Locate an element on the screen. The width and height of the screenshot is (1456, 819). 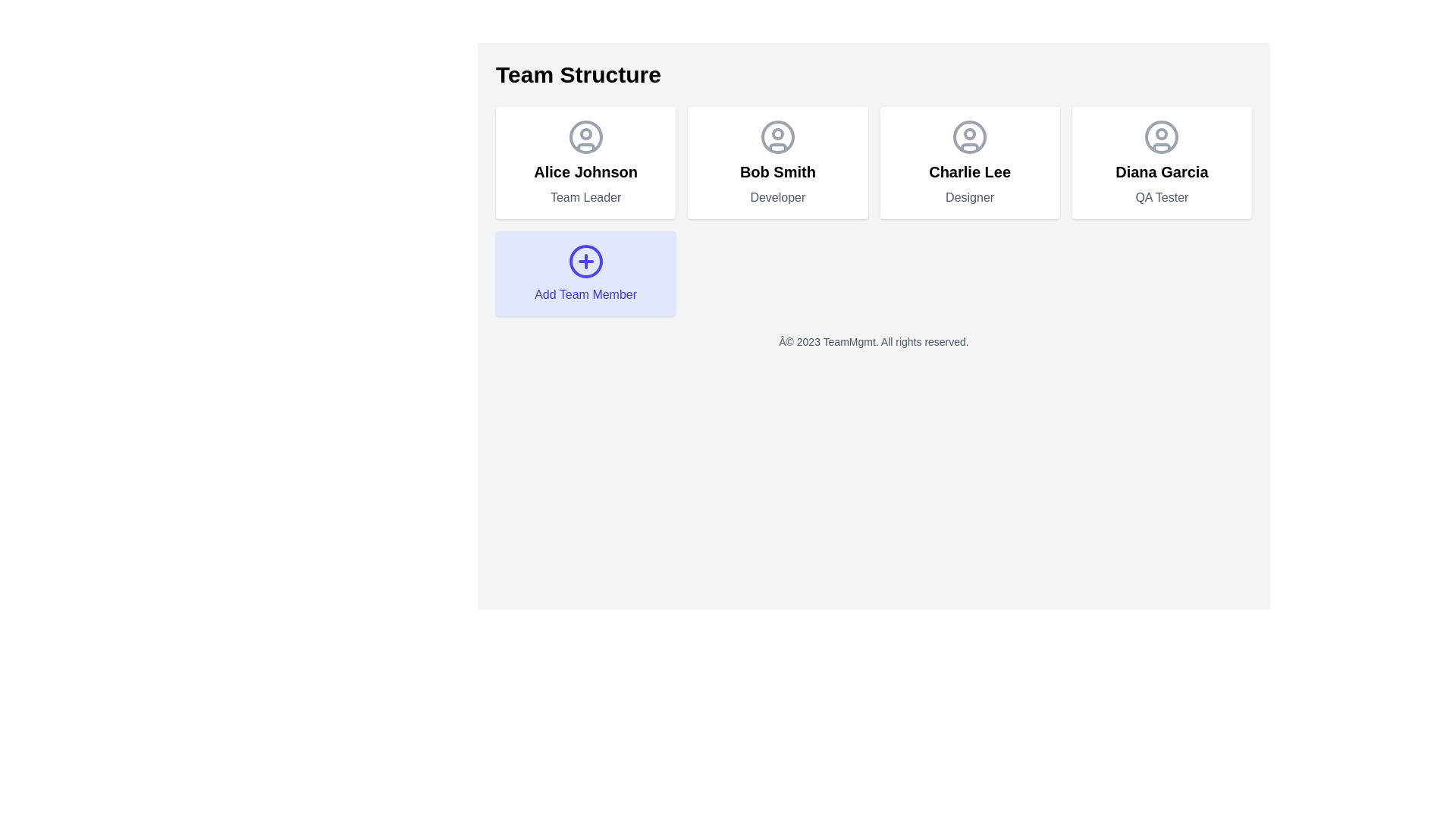
the circular profile icon representing 'Bob Smith' in the 'Team Structure' view is located at coordinates (777, 137).